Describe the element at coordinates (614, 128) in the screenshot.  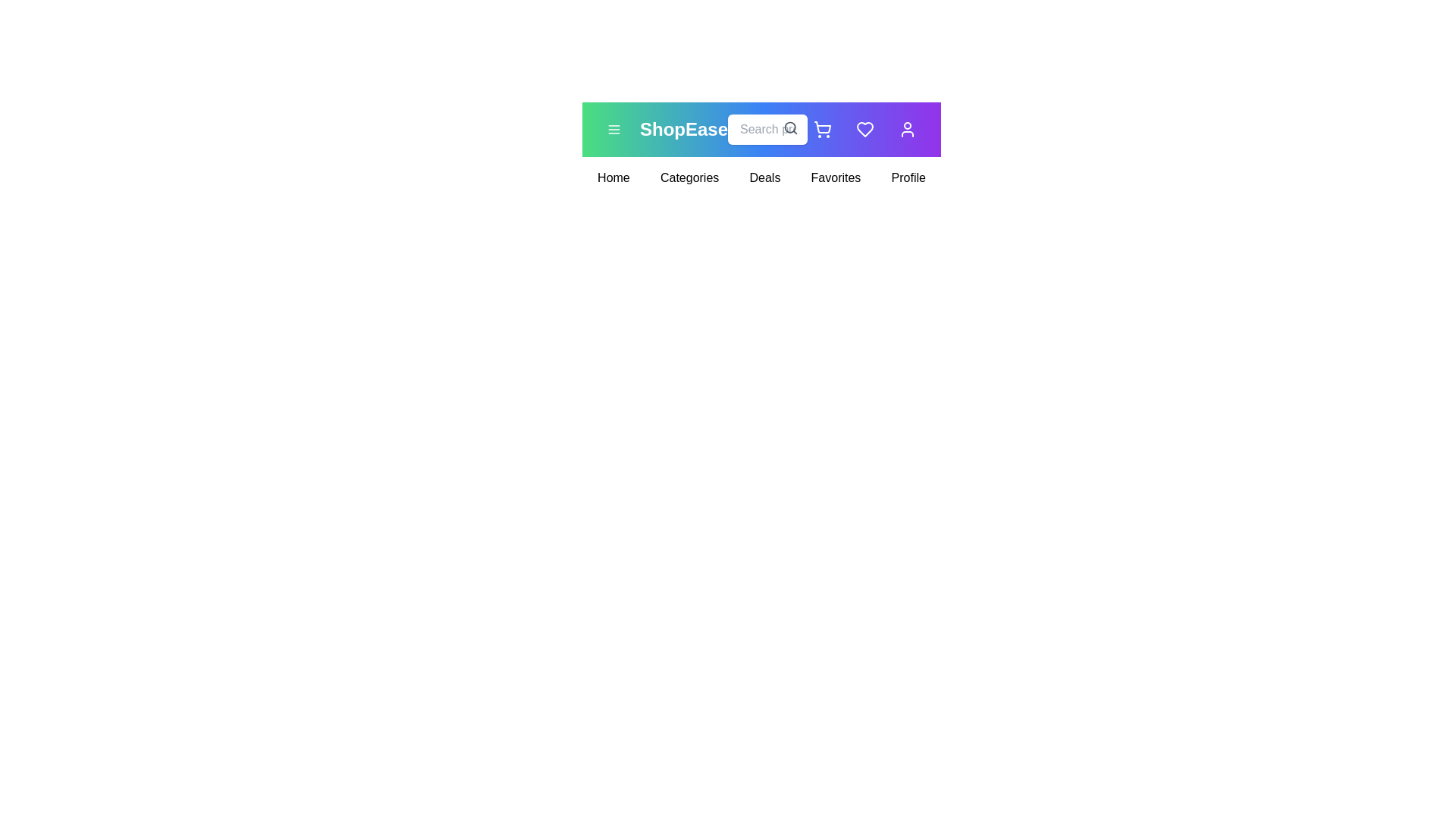
I see `the menu icon to toggle the menu visibility` at that location.